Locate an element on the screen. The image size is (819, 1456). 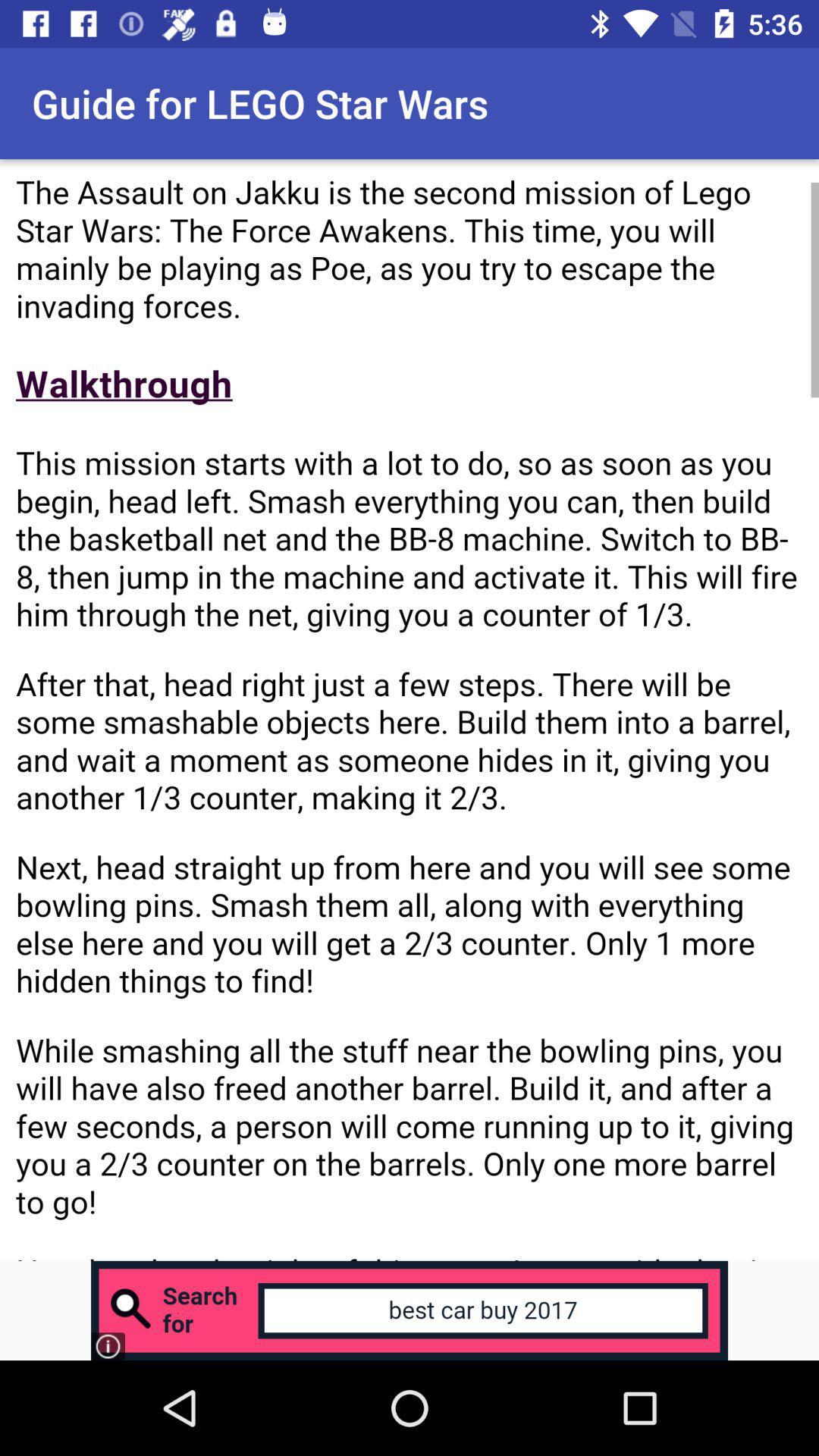
open advertisement is located at coordinates (409, 1310).